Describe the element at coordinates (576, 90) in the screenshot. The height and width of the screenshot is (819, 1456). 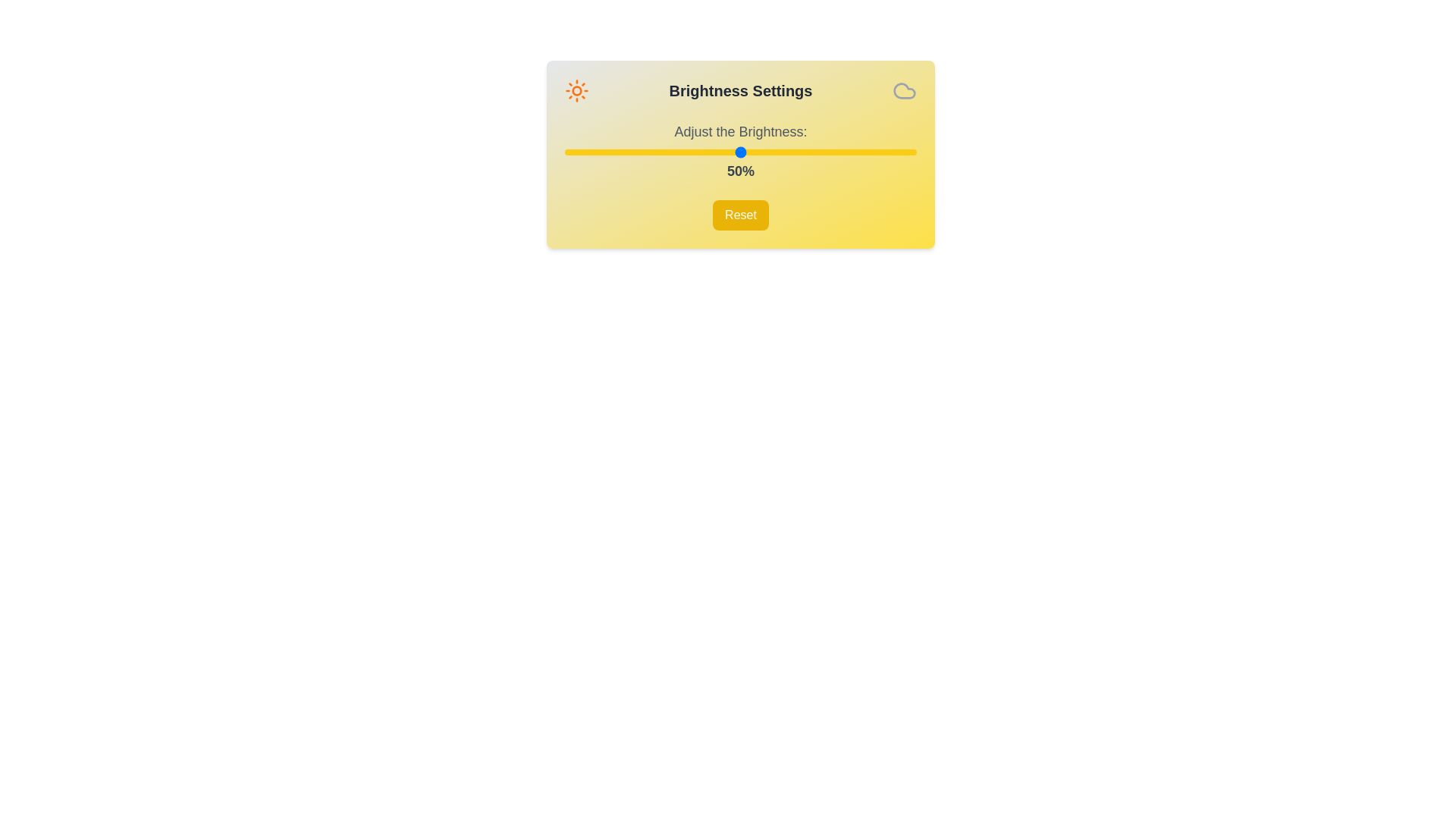
I see `the Sun icon in the header` at that location.